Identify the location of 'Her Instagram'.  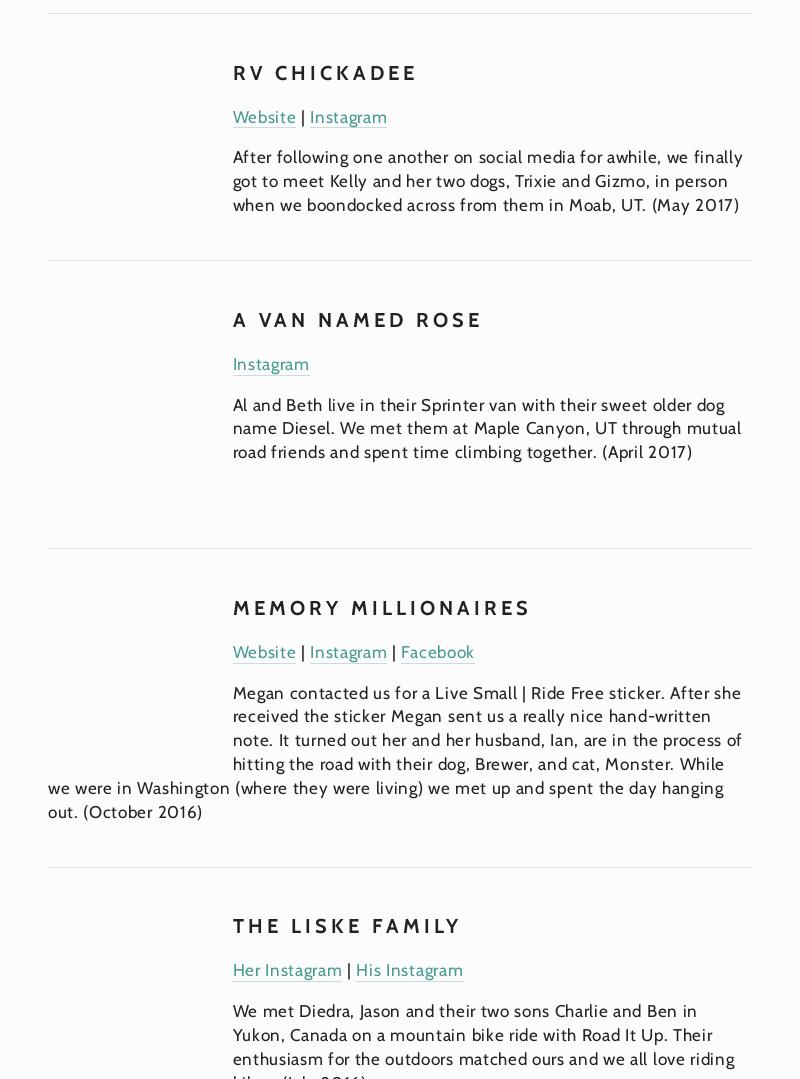
(287, 969).